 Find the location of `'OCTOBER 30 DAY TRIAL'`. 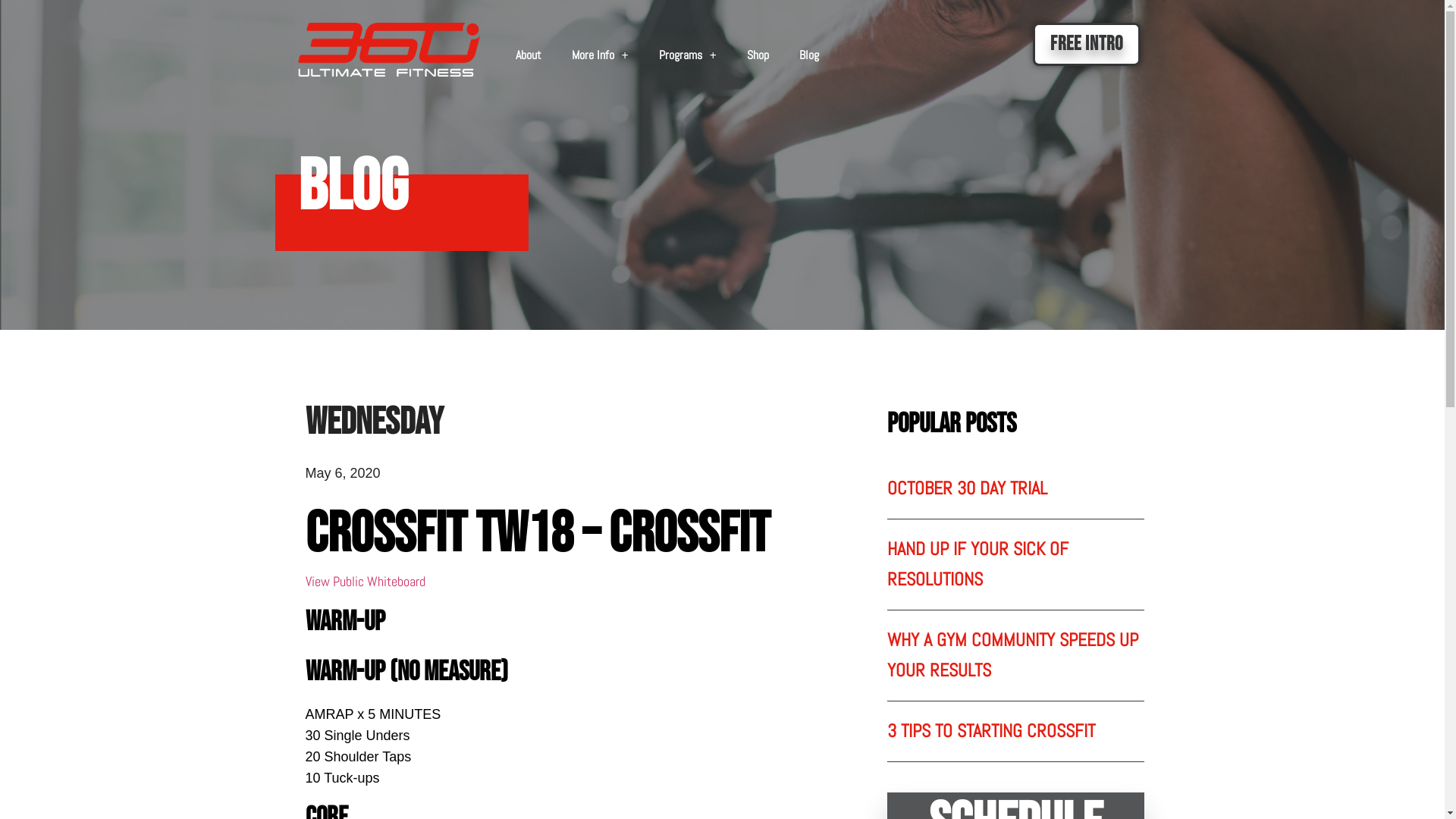

'OCTOBER 30 DAY TRIAL' is located at coordinates (966, 488).